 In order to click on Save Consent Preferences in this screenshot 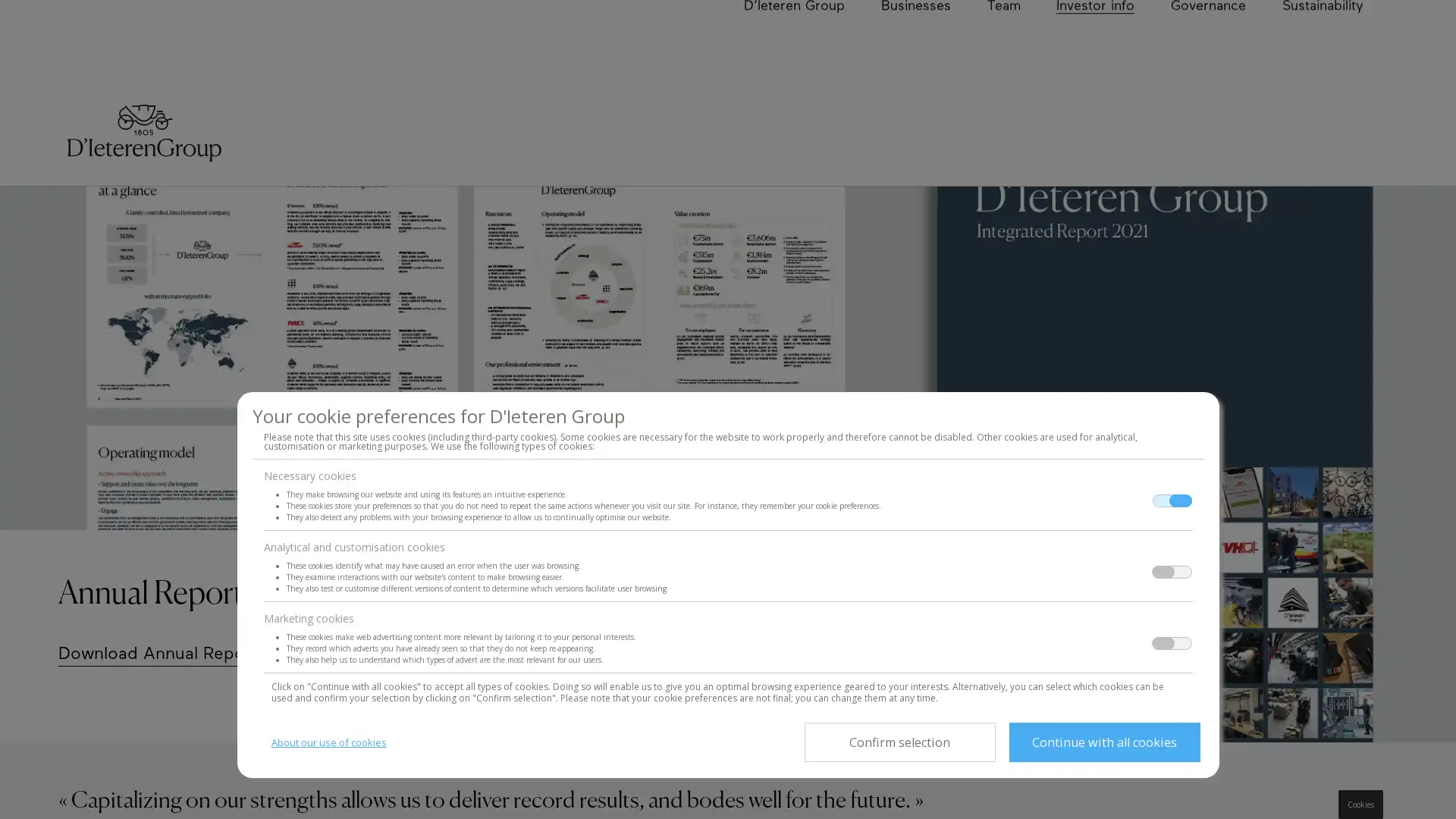, I will do `click(899, 742)`.